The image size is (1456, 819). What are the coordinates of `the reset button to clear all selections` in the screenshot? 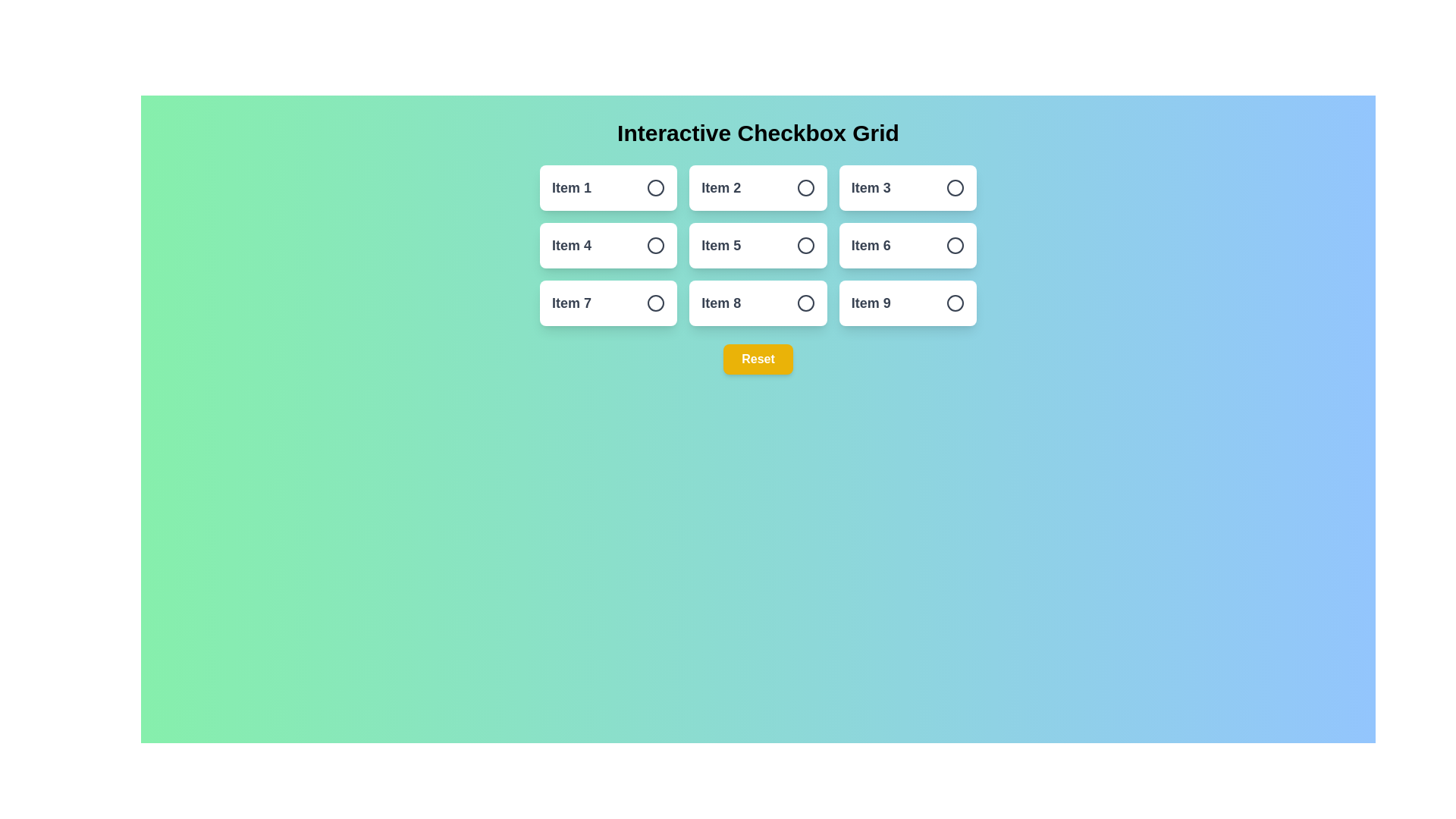 It's located at (758, 359).